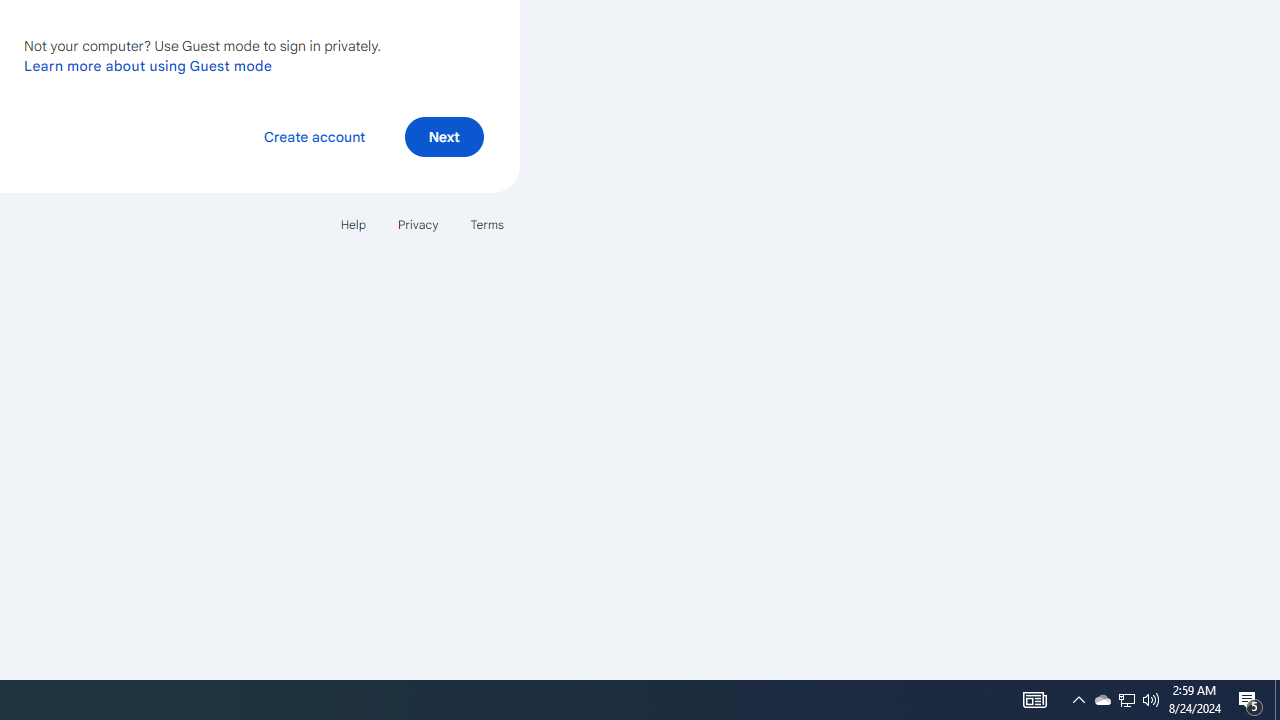 This screenshot has width=1280, height=720. What do you see at coordinates (313, 135) in the screenshot?
I see `'Create account'` at bounding box center [313, 135].